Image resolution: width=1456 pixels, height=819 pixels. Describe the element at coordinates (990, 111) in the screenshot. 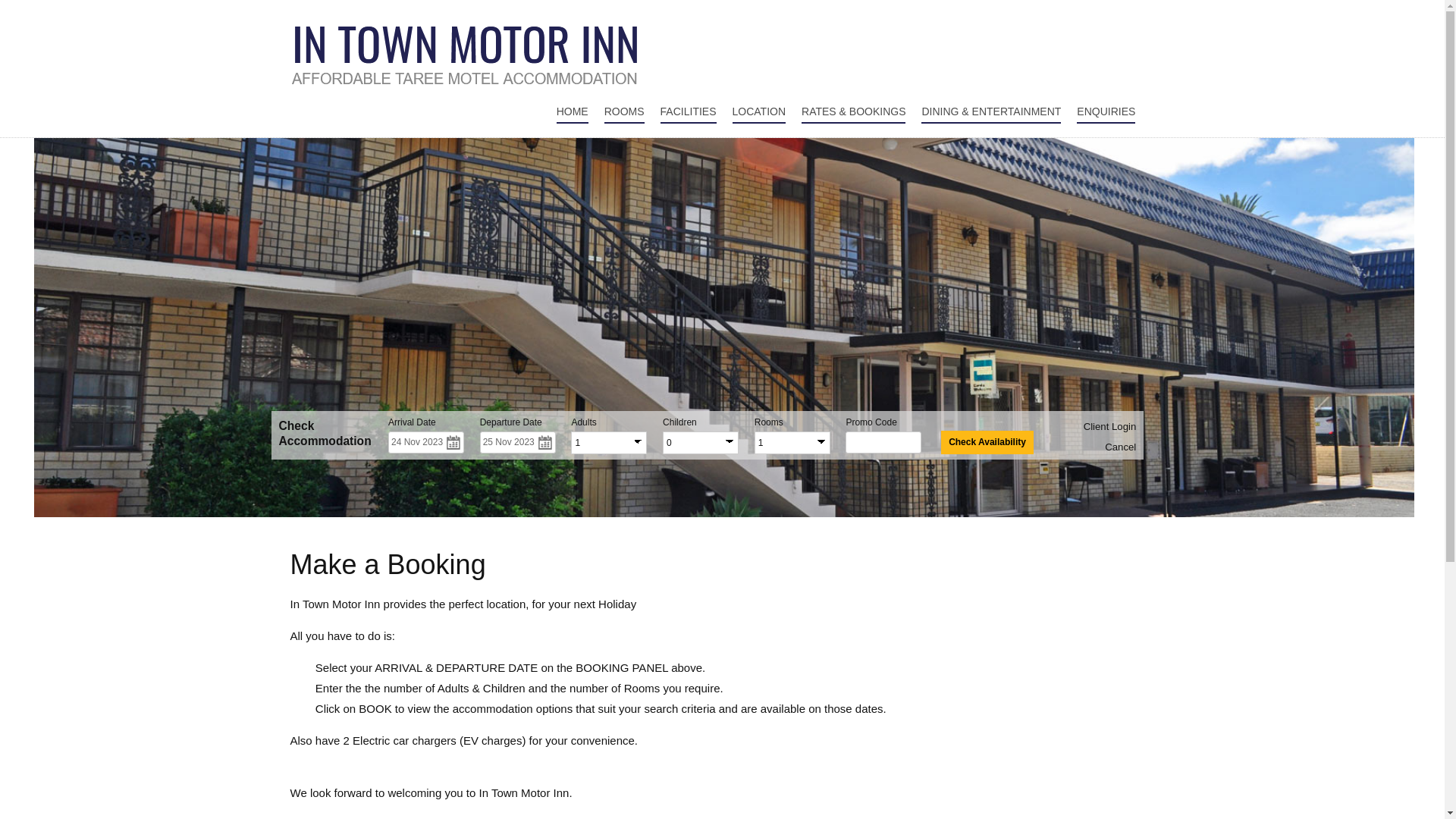

I see `'DINING & ENTERTAINMENT'` at that location.